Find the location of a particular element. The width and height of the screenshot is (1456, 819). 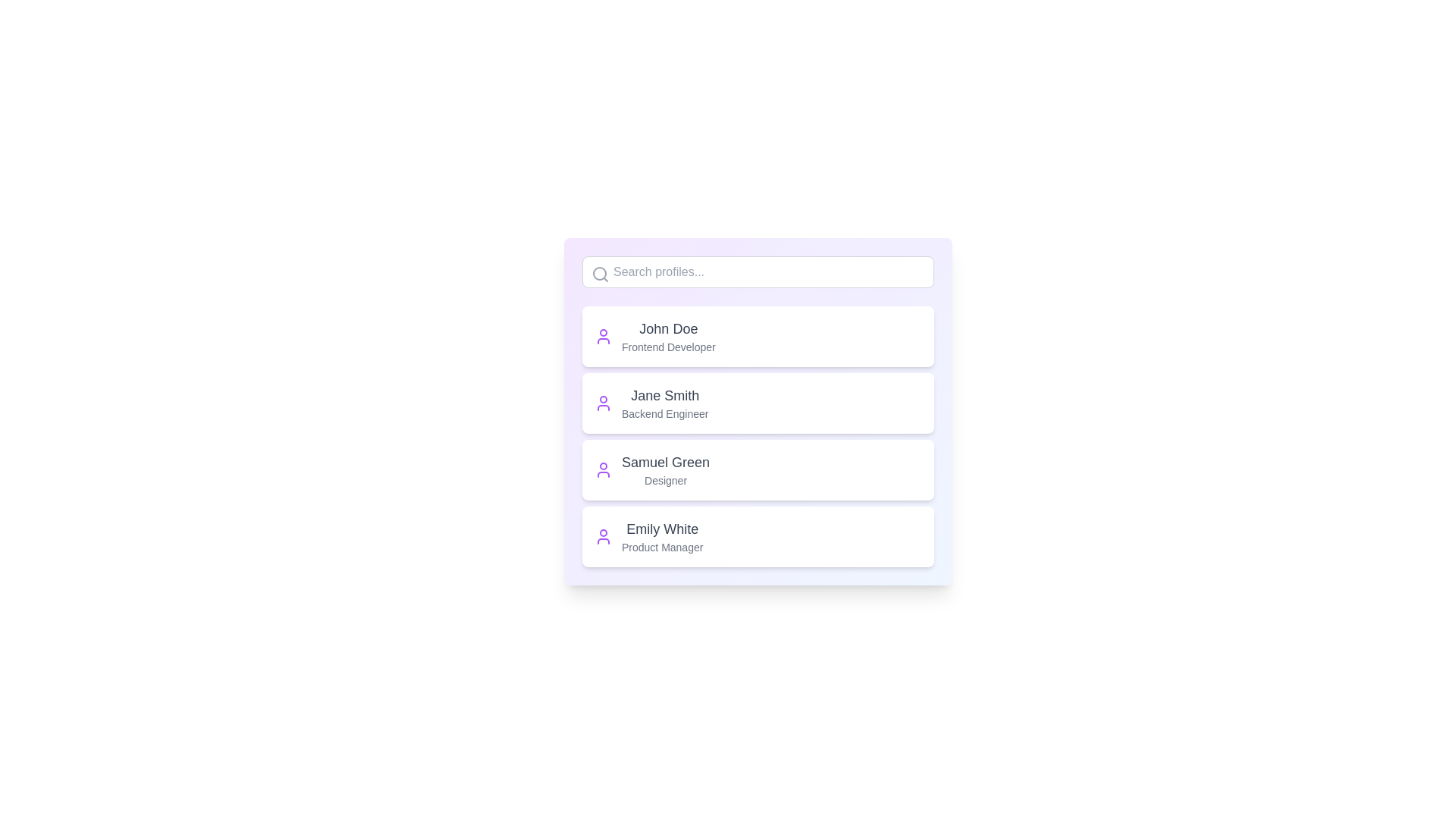

the profile icon representing 'Emily White, Product Manager' to associate it with the adjacent texts is located at coordinates (603, 536).